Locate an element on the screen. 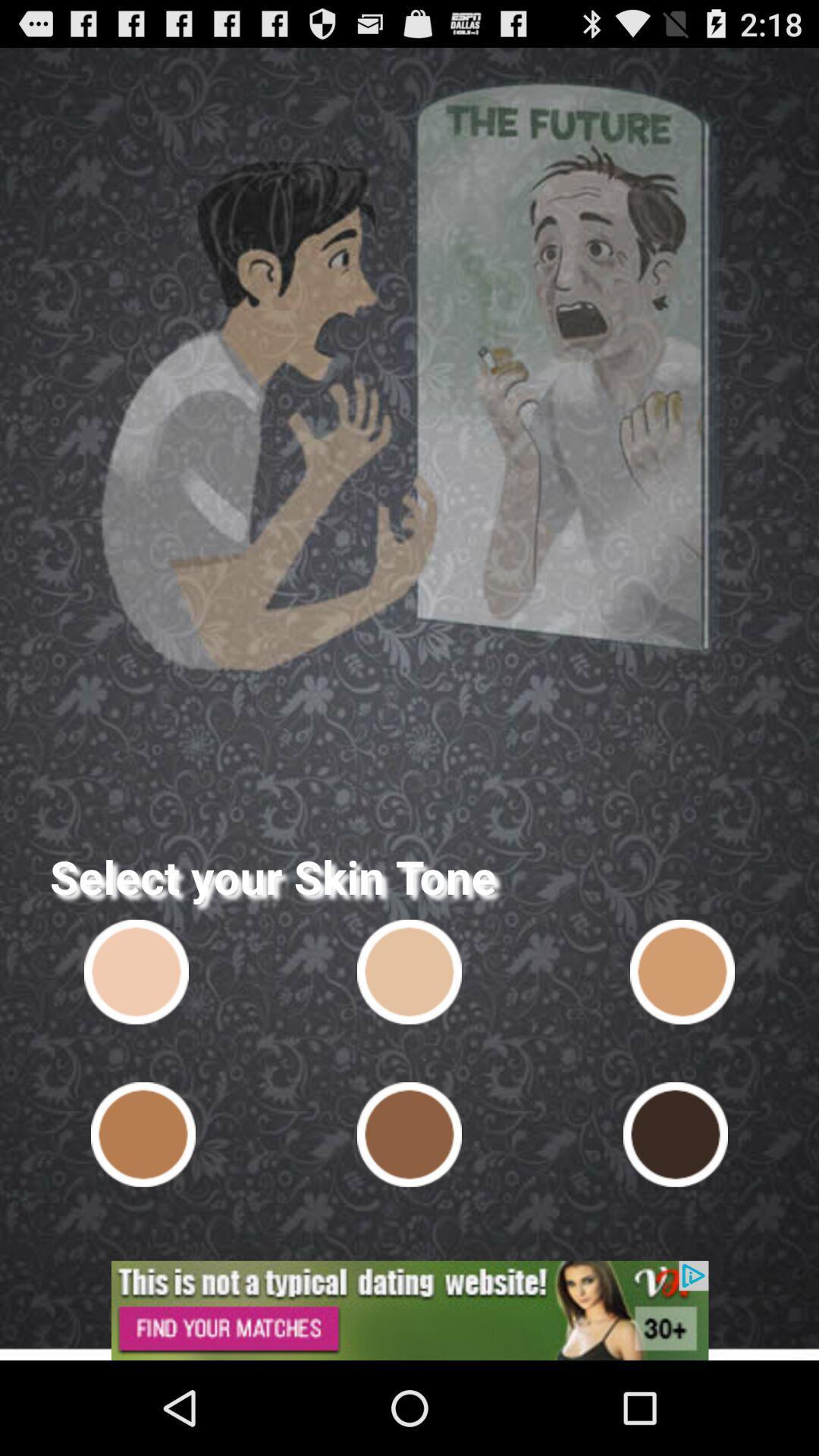  skin tone option is located at coordinates (675, 1134).